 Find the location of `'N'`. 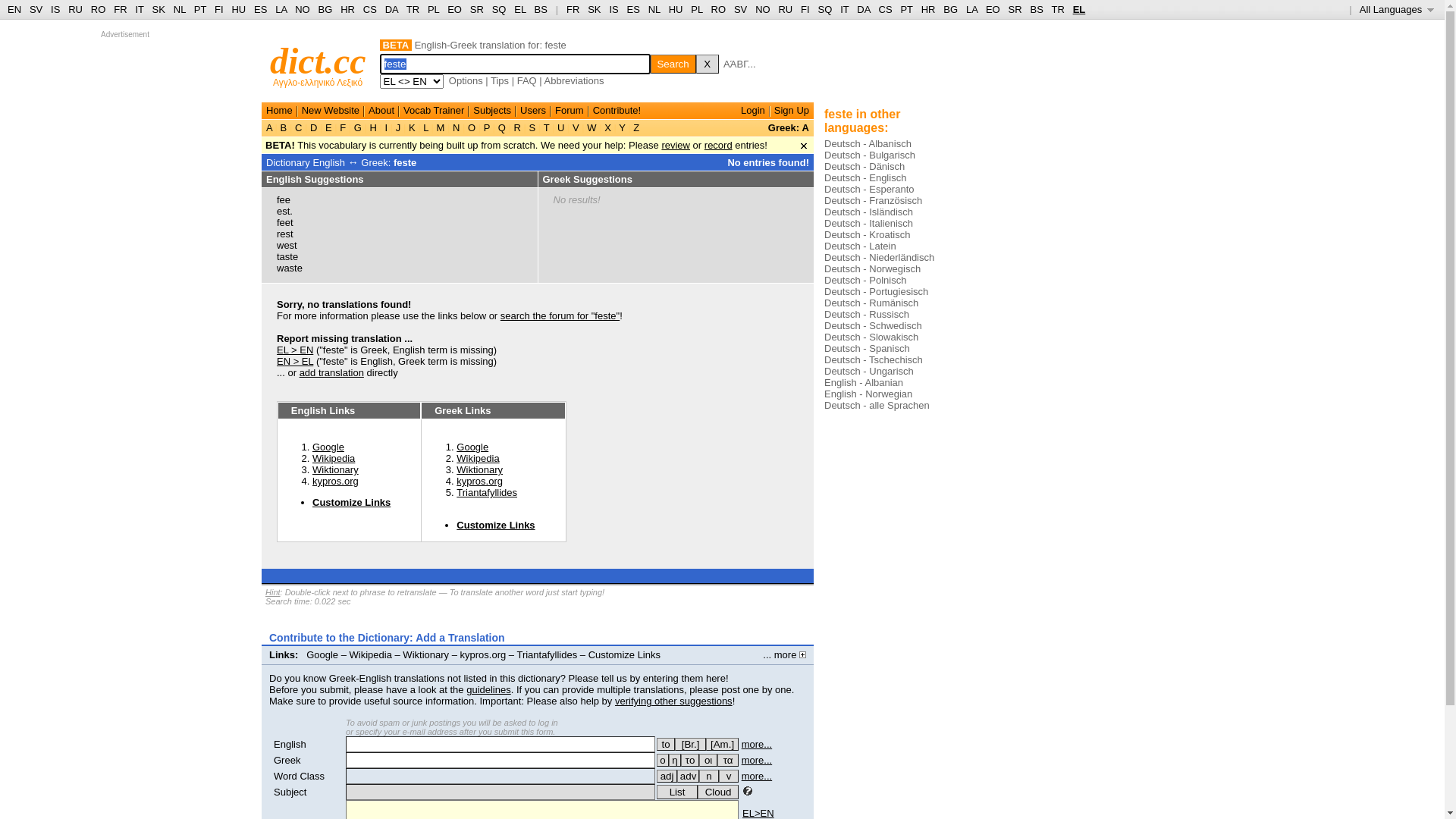

'N' is located at coordinates (455, 127).